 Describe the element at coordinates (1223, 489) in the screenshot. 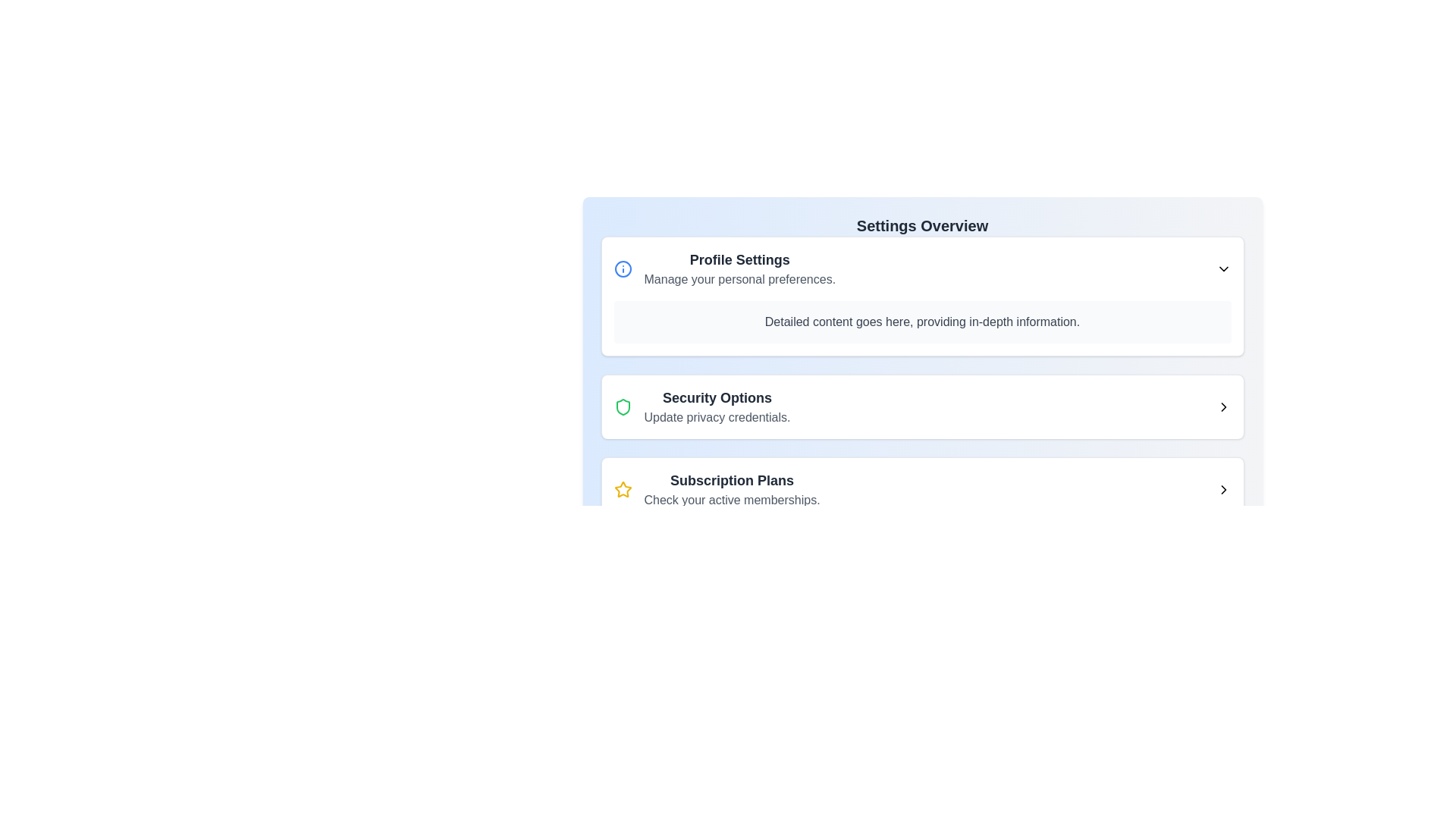

I see `the rightward chevron icon with a black stroke in the 'Subscription Plans' section` at that location.